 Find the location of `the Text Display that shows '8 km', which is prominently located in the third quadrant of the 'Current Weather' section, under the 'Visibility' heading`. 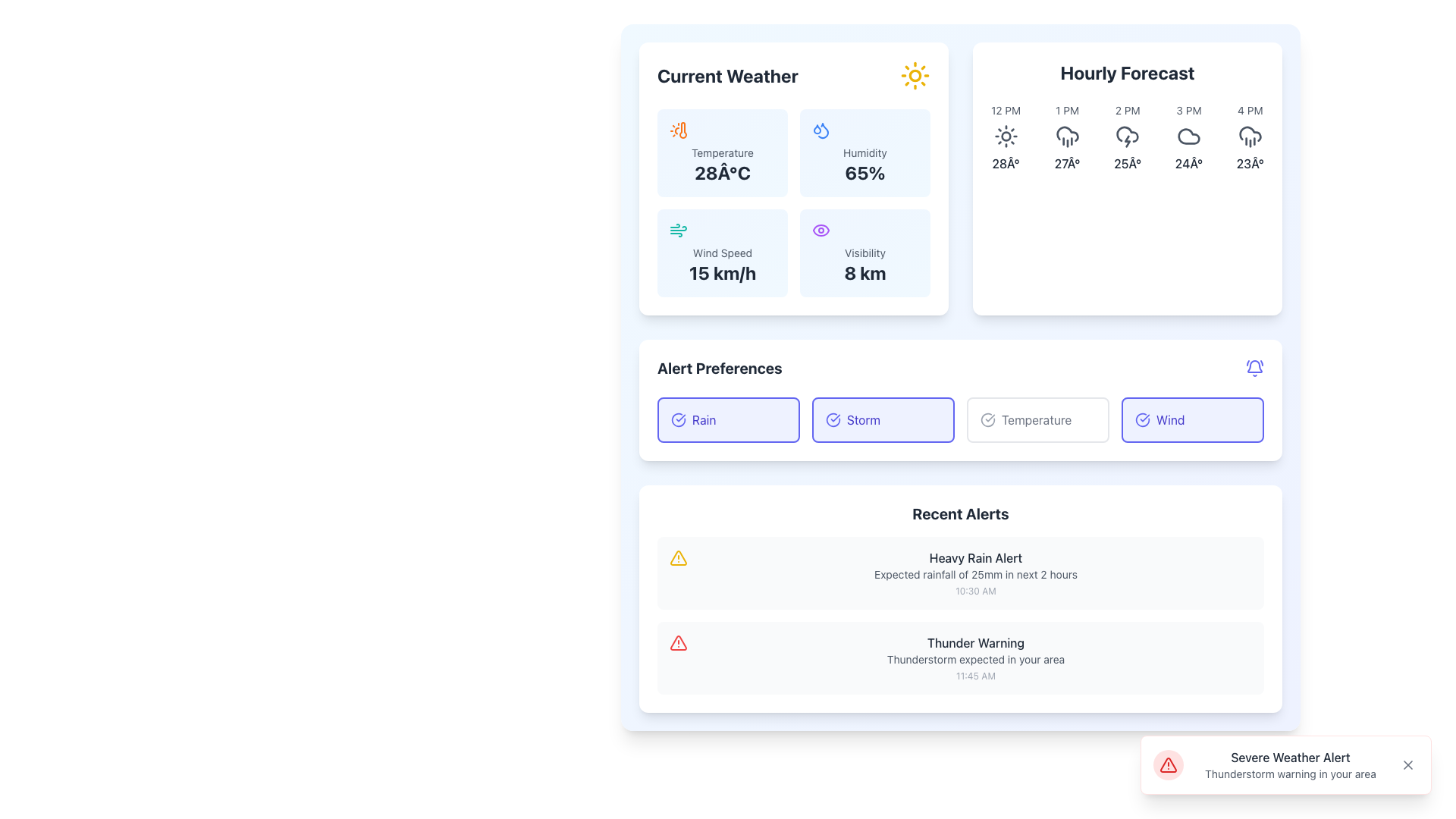

the Text Display that shows '8 km', which is prominently located in the third quadrant of the 'Current Weather' section, under the 'Visibility' heading is located at coordinates (865, 271).